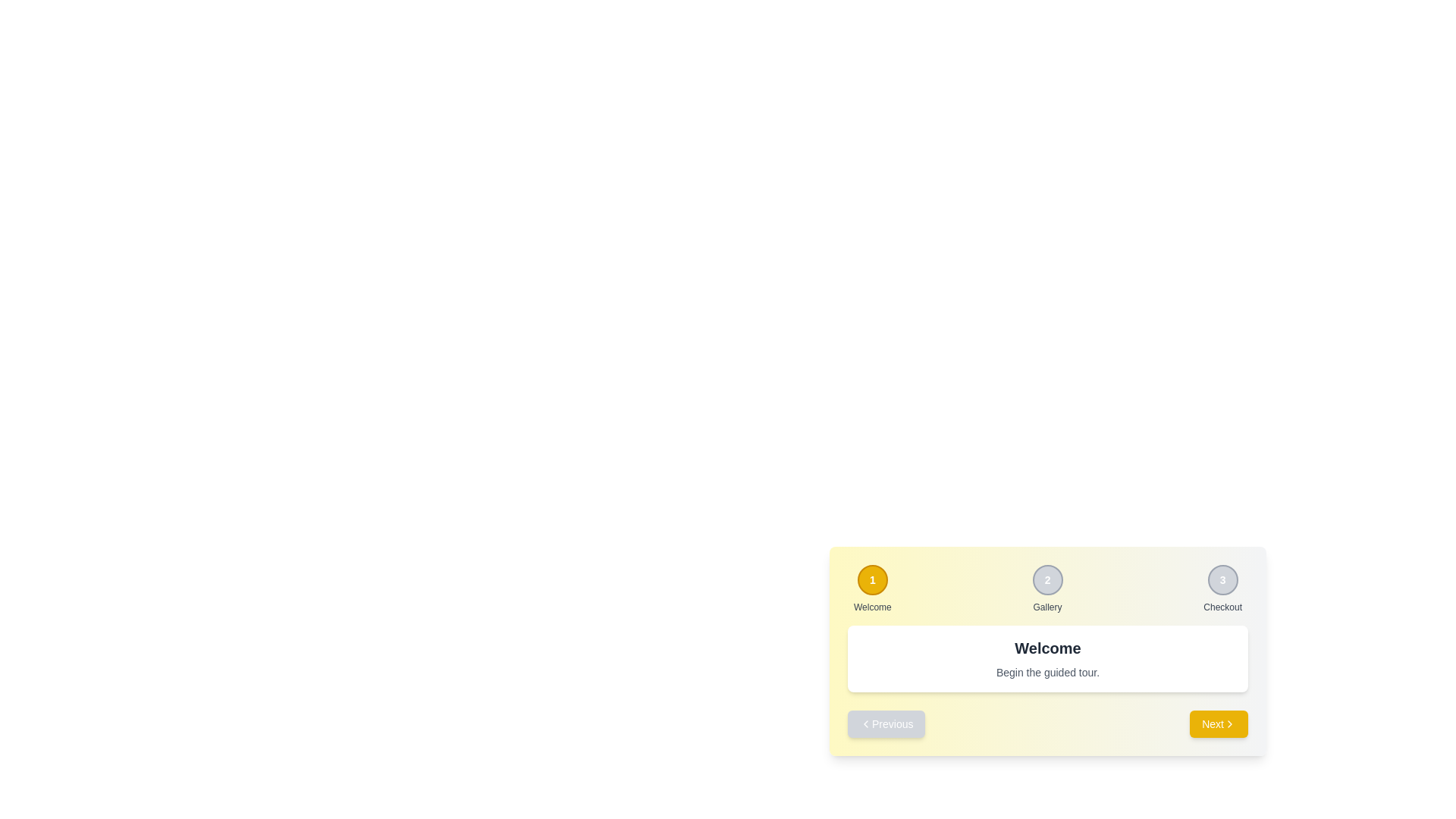  Describe the element at coordinates (866, 723) in the screenshot. I see `decorative icon indicating the 'Previous' action, located on the left side of the 'Previous' button at the bottom left of the interactive panel` at that location.